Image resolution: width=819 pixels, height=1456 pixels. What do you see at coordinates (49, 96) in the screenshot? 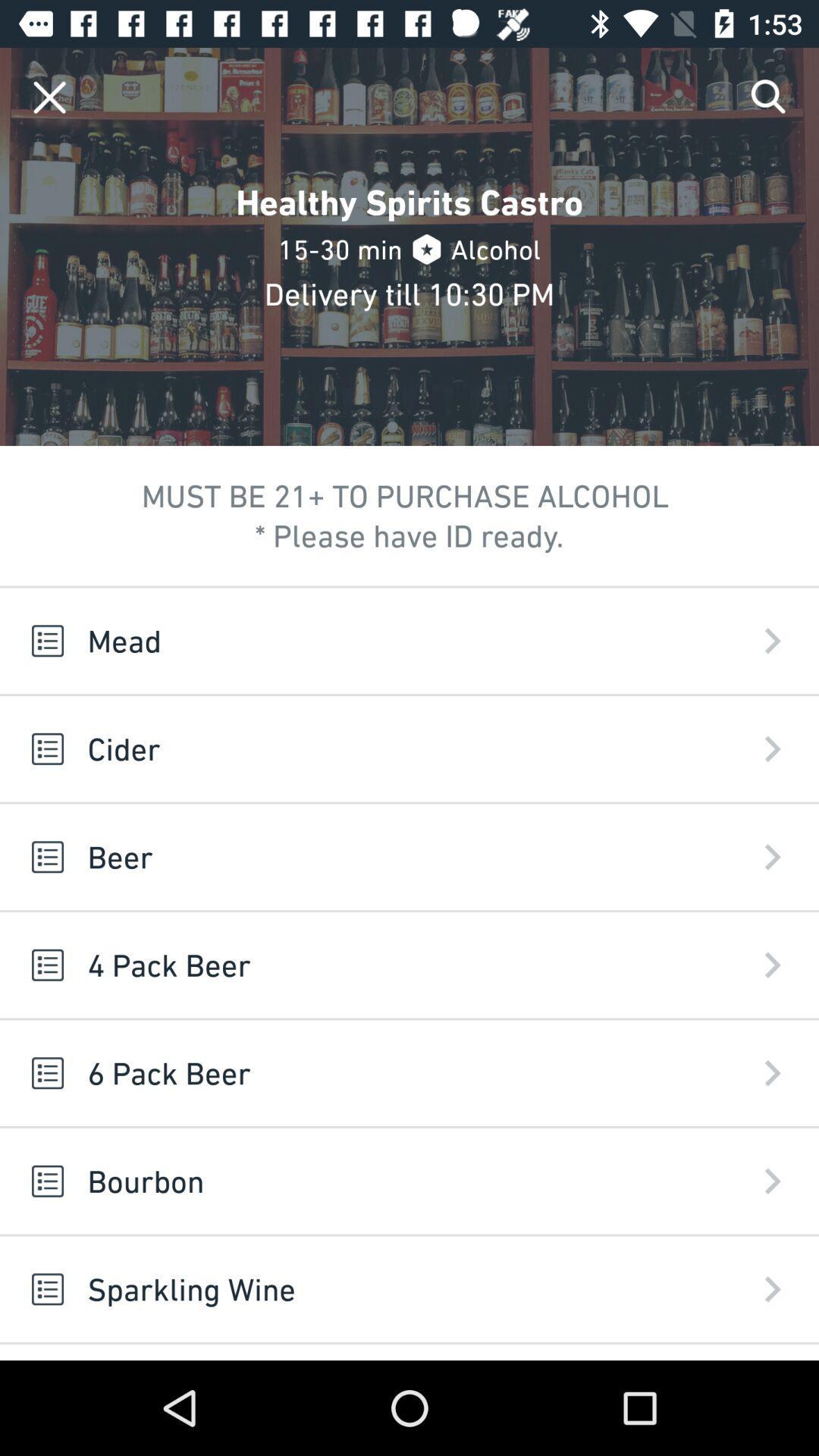
I see `page` at bounding box center [49, 96].